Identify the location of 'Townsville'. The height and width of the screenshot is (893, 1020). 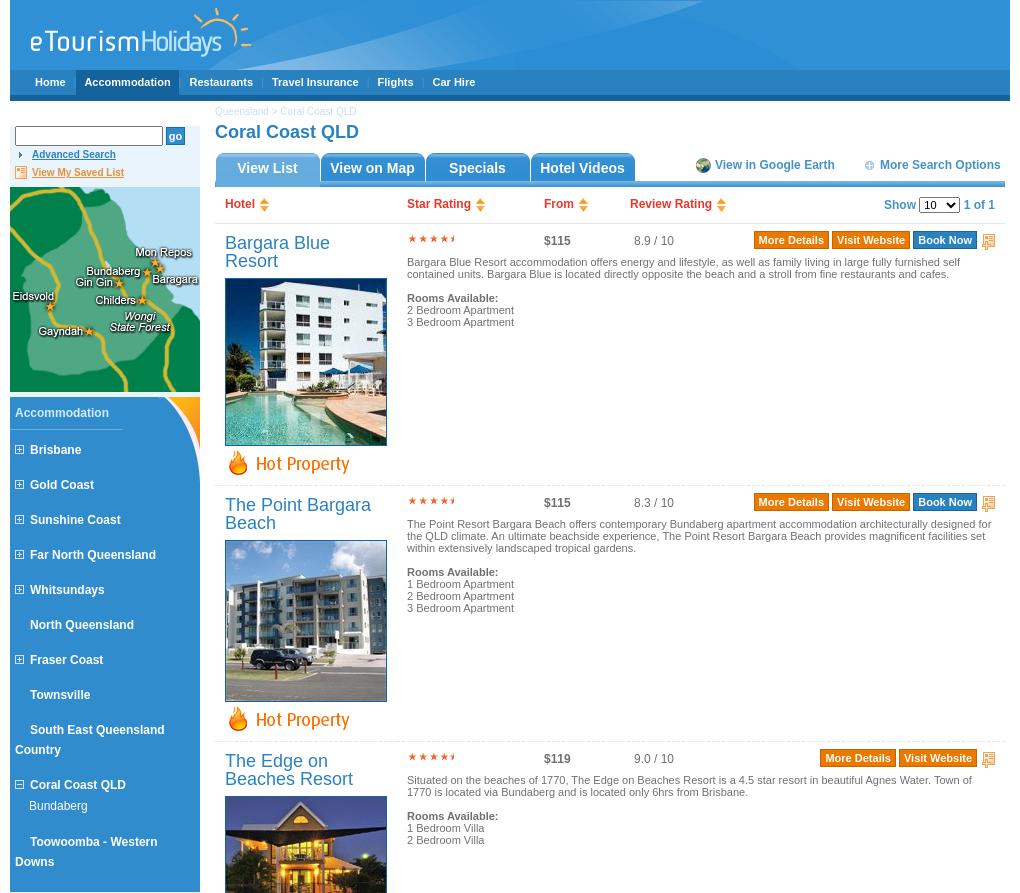
(59, 695).